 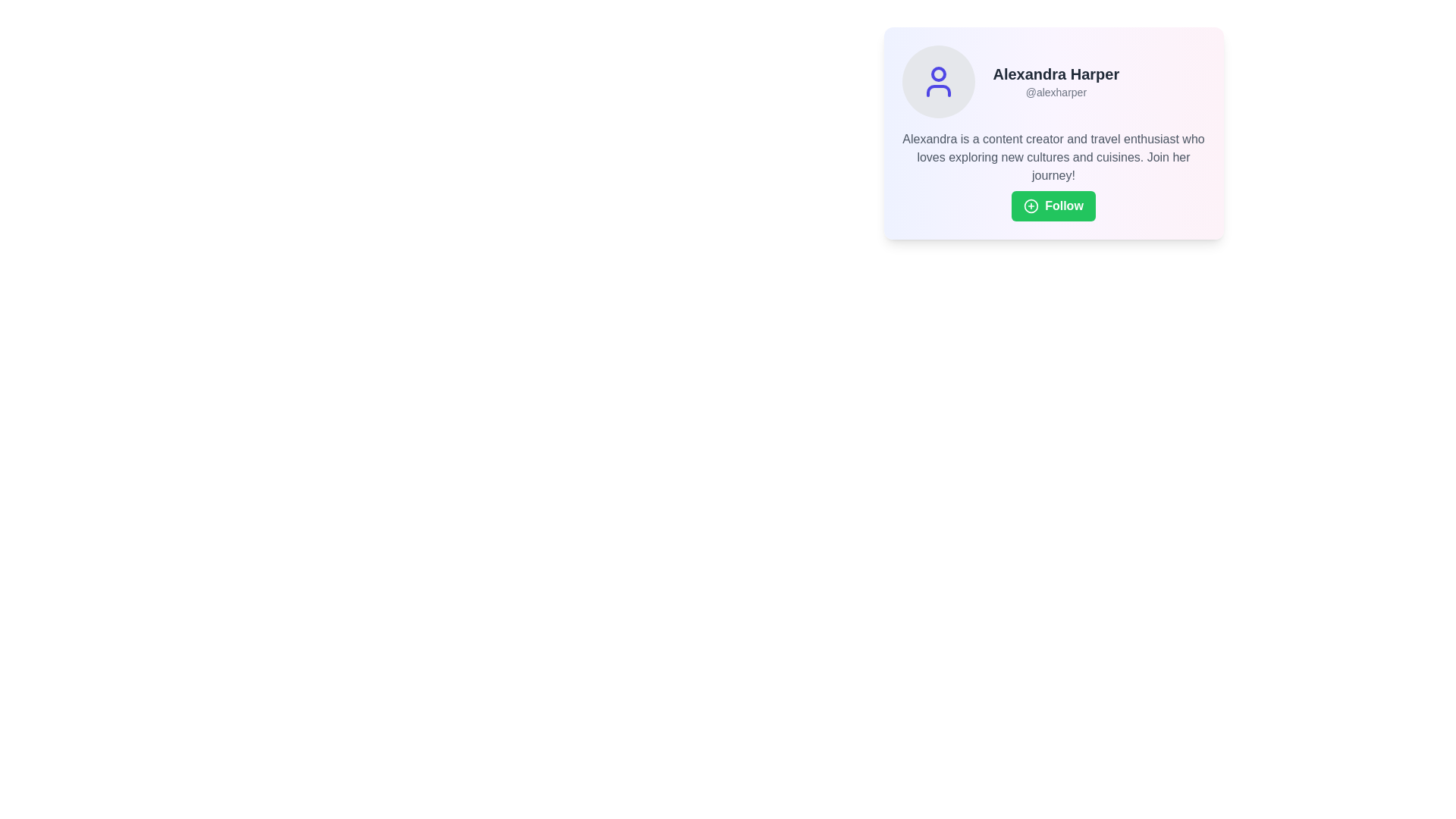 I want to click on the green 'Follow' button with white text and a circular plus icon to trigger the hover effect, so click(x=1053, y=206).